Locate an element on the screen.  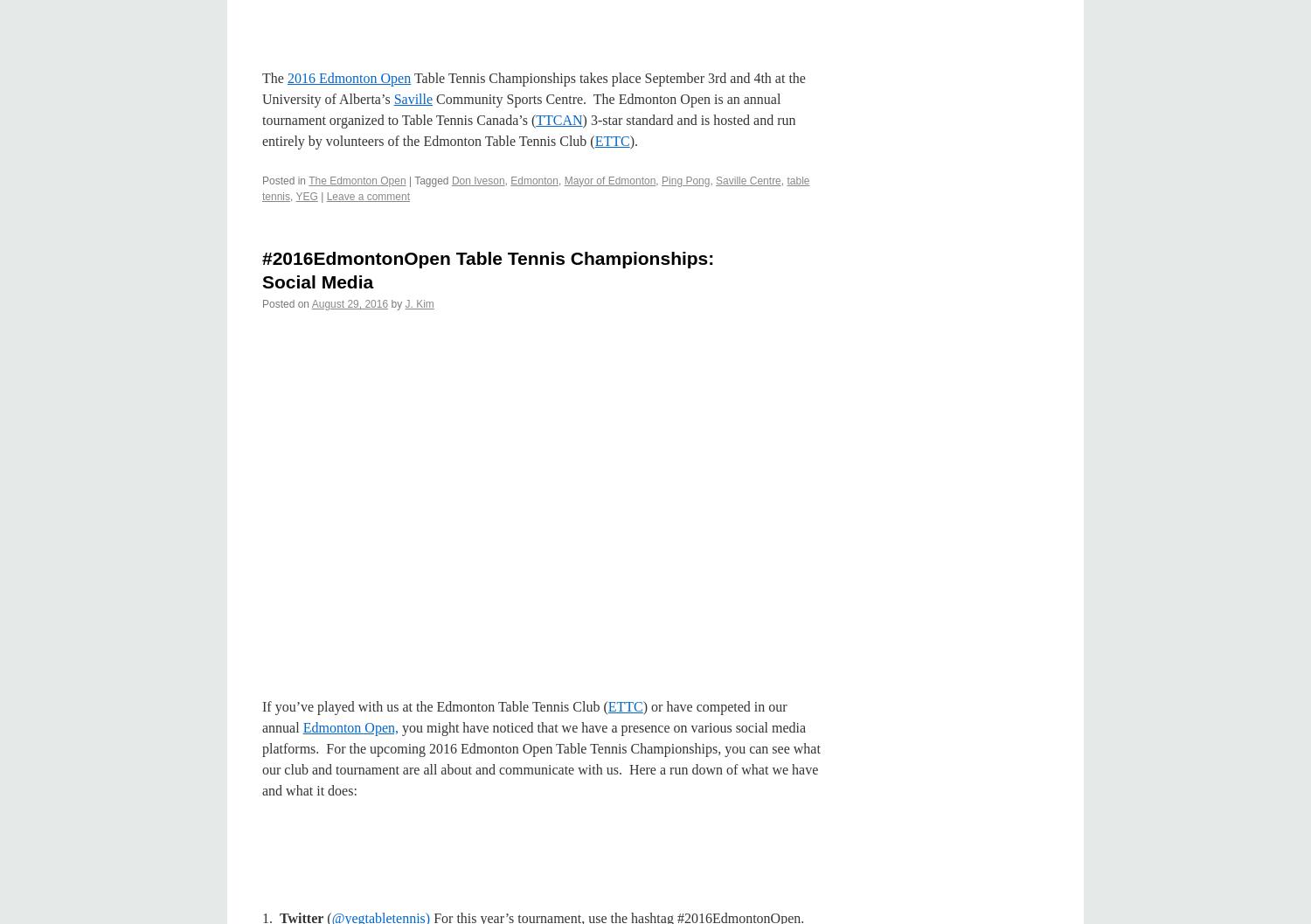
'Saville Centre' is located at coordinates (747, 180).